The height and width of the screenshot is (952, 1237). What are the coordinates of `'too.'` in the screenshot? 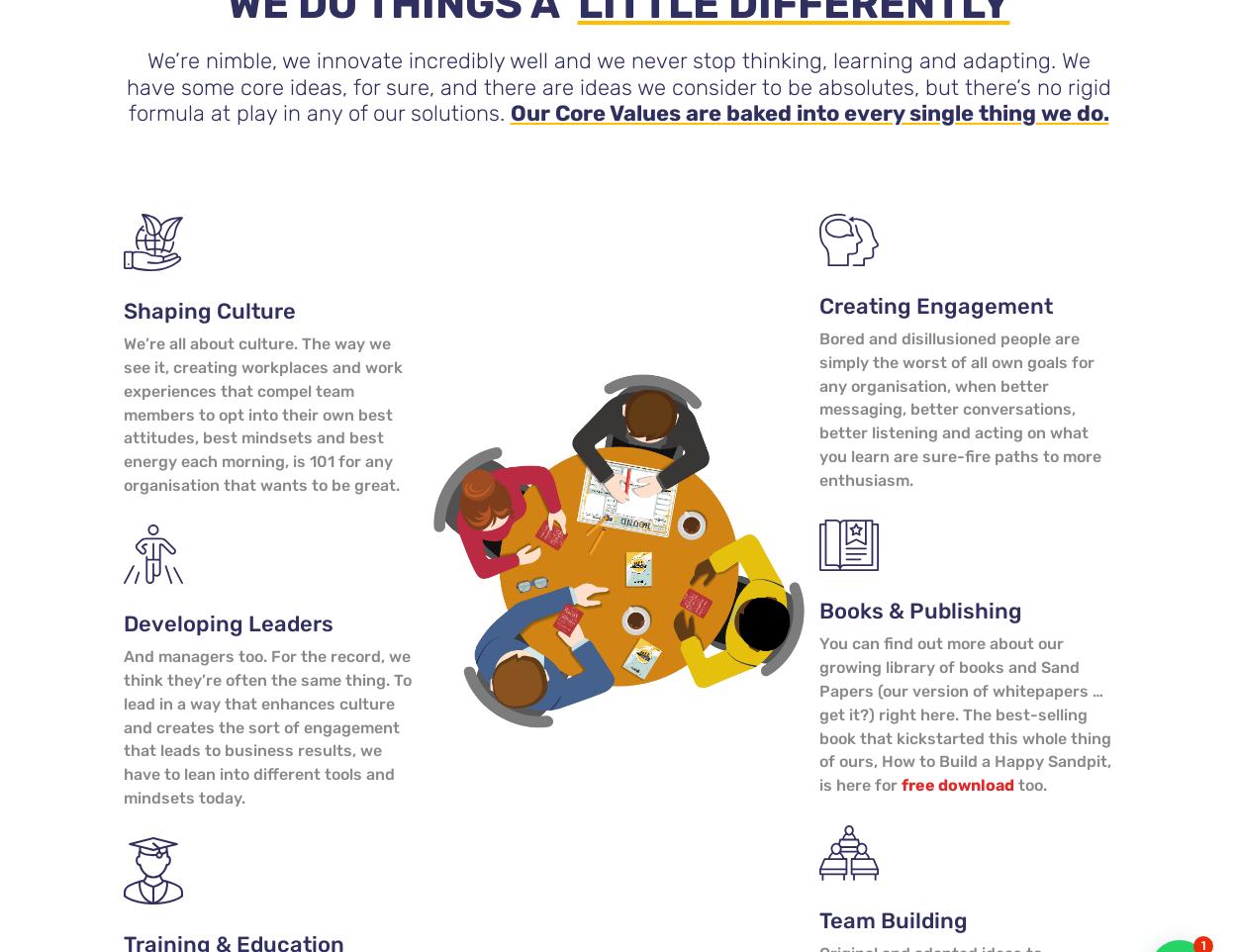 It's located at (1014, 784).